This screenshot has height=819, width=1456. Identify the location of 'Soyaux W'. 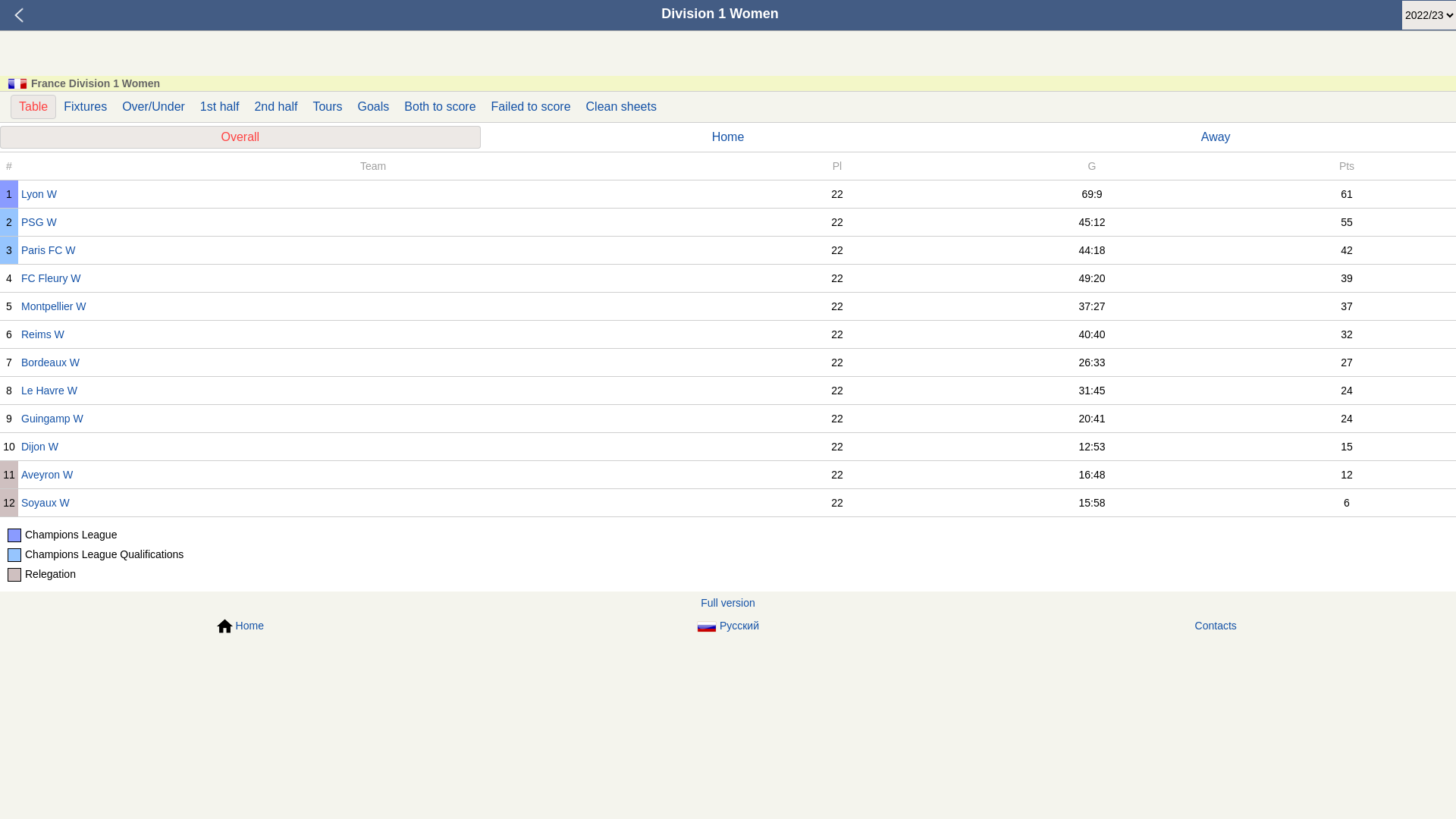
(21, 503).